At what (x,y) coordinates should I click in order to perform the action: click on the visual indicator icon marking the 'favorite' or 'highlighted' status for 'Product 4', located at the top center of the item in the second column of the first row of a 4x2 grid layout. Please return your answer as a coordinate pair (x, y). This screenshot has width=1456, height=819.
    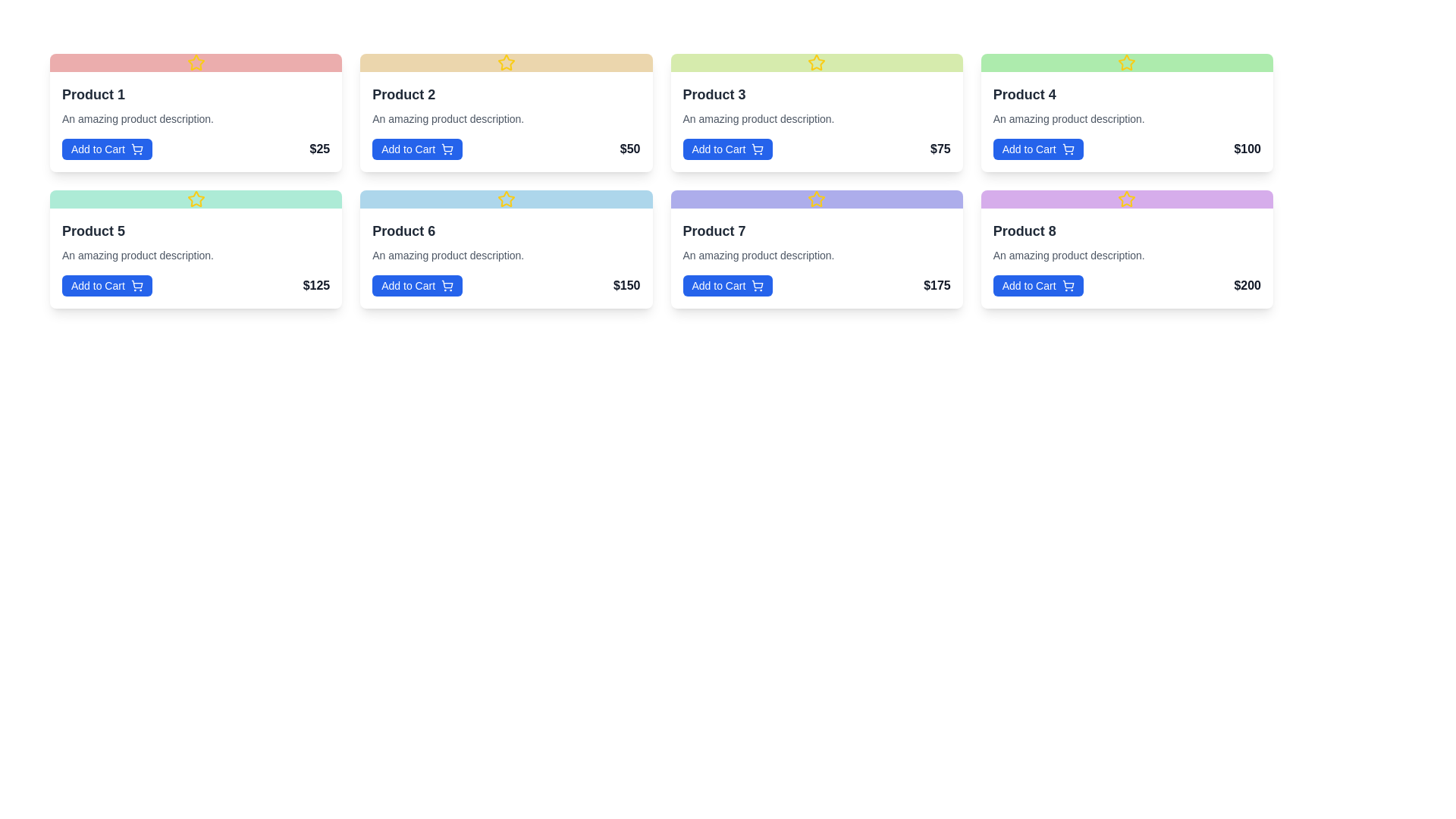
    Looking at the image, I should click on (1127, 61).